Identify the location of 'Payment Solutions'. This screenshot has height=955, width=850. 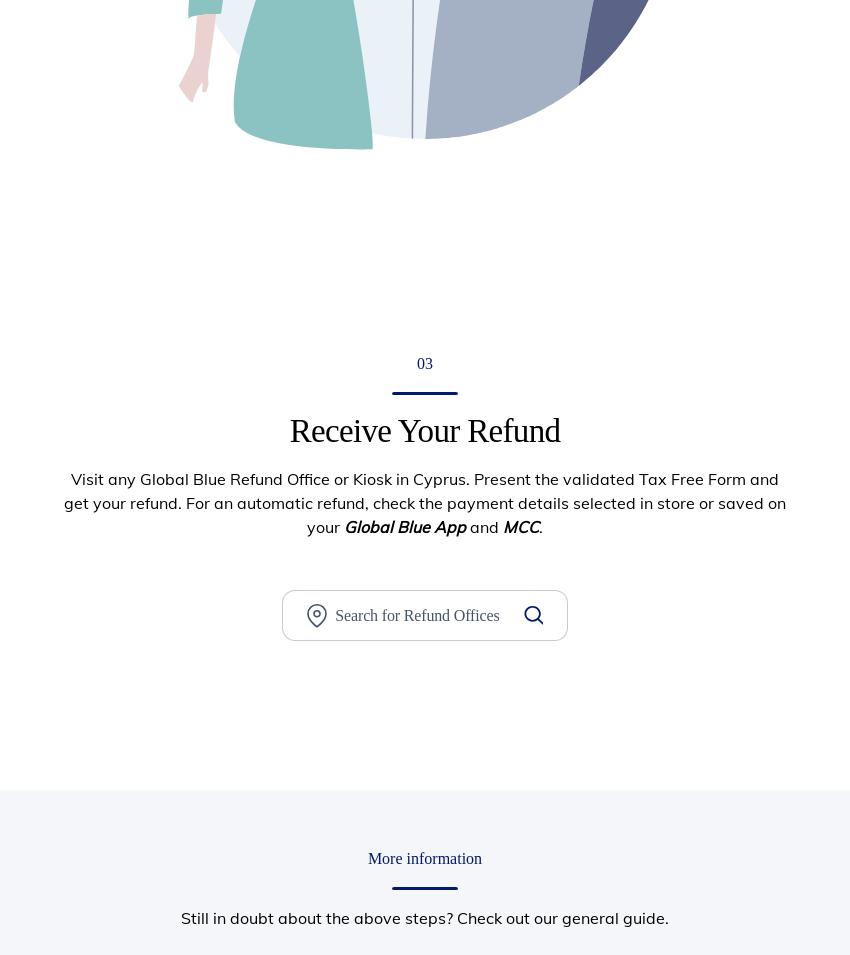
(545, 459).